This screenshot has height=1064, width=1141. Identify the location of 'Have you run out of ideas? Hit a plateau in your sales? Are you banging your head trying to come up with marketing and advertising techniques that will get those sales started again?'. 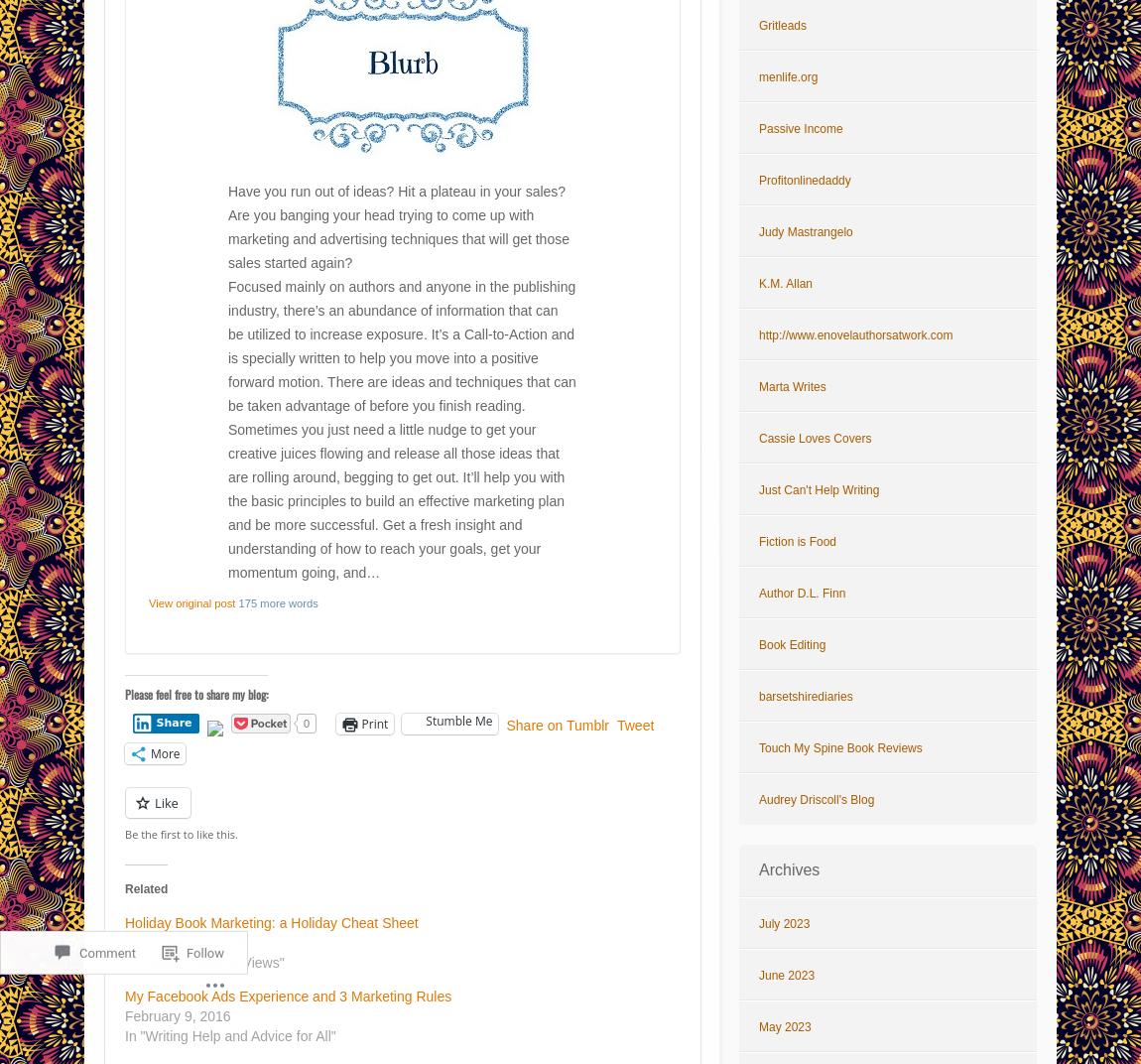
(398, 226).